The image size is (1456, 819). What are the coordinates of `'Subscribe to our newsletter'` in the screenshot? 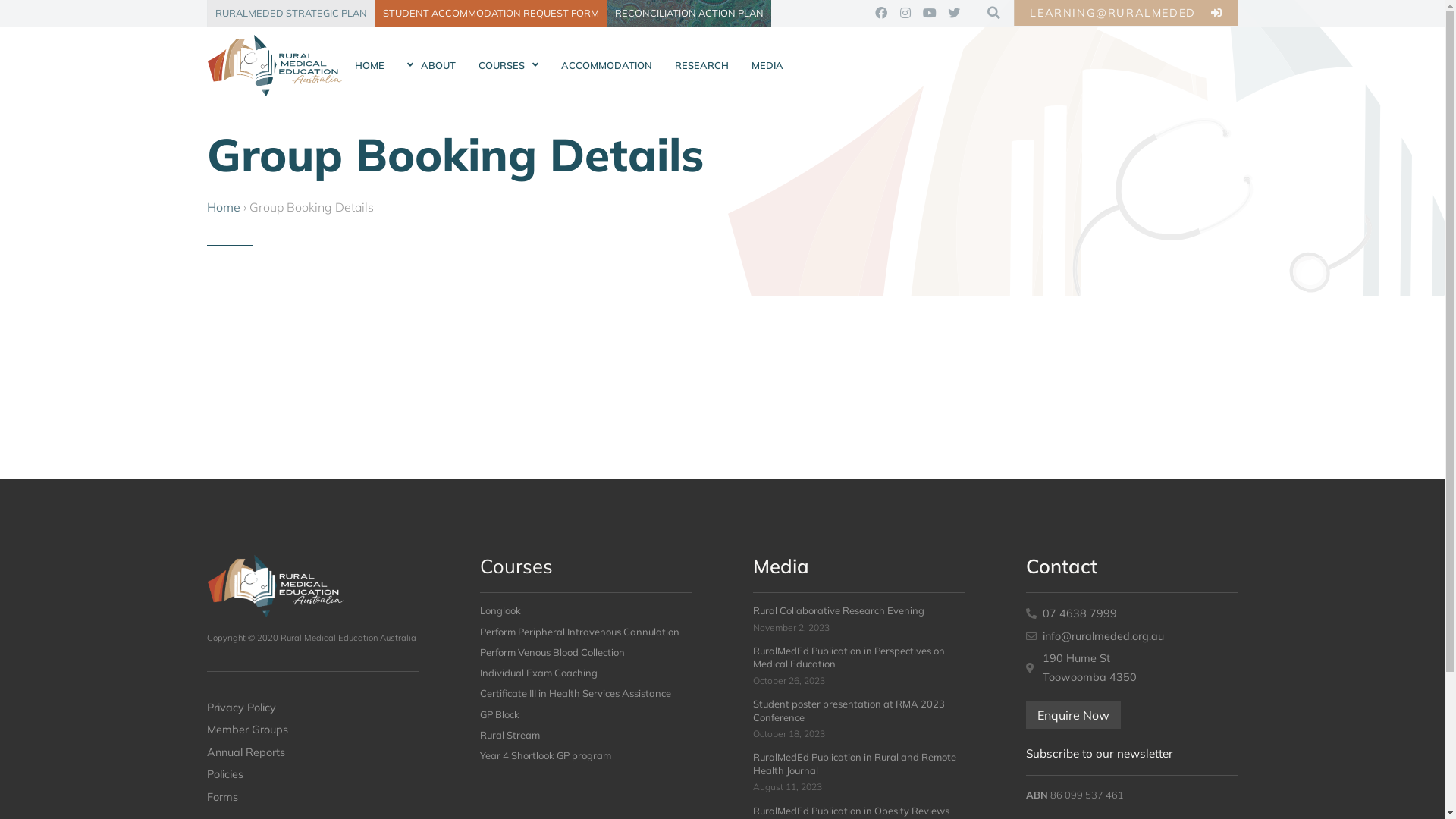 It's located at (1099, 753).